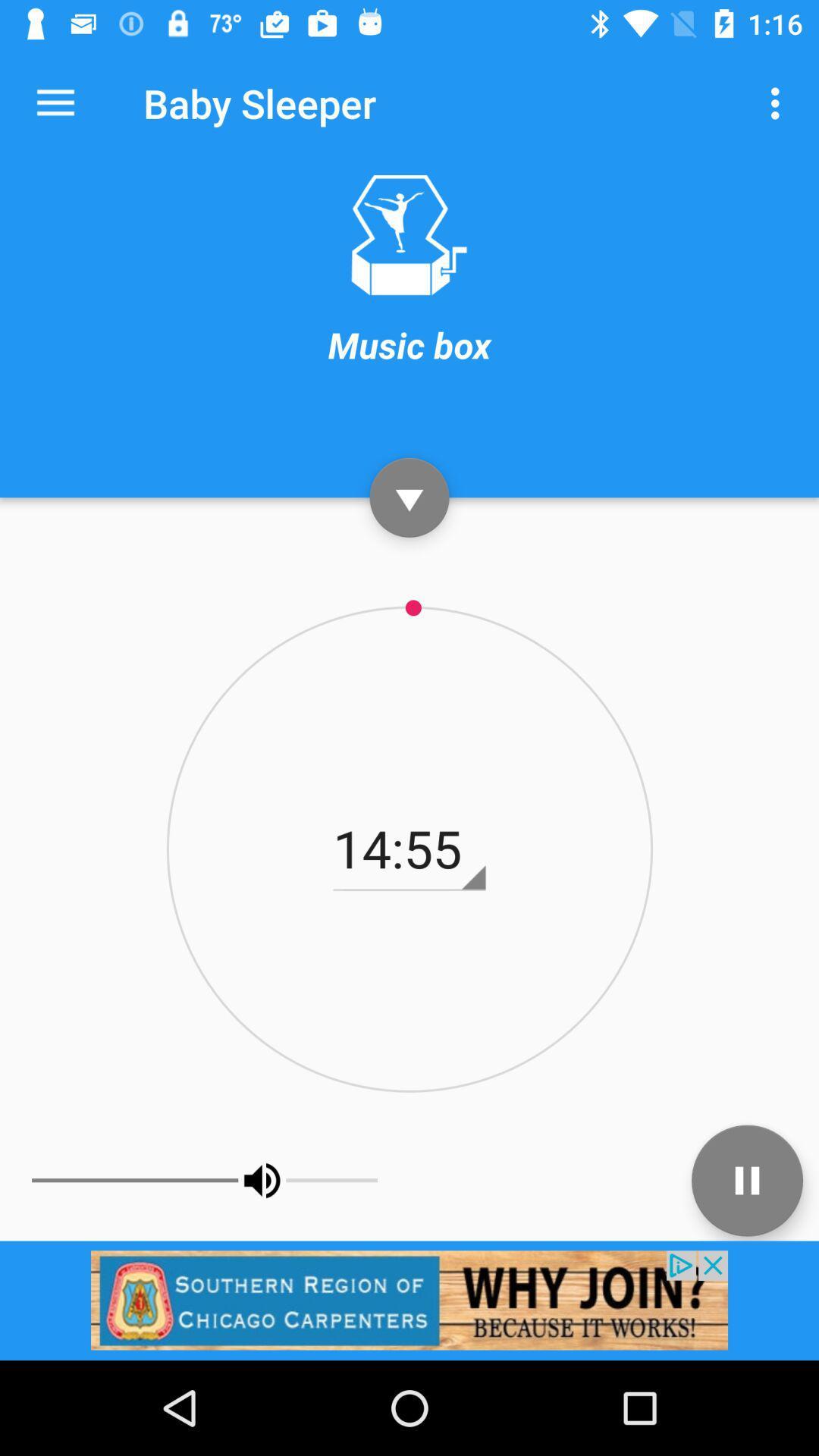  What do you see at coordinates (409, 1299) in the screenshot?
I see `banner` at bounding box center [409, 1299].